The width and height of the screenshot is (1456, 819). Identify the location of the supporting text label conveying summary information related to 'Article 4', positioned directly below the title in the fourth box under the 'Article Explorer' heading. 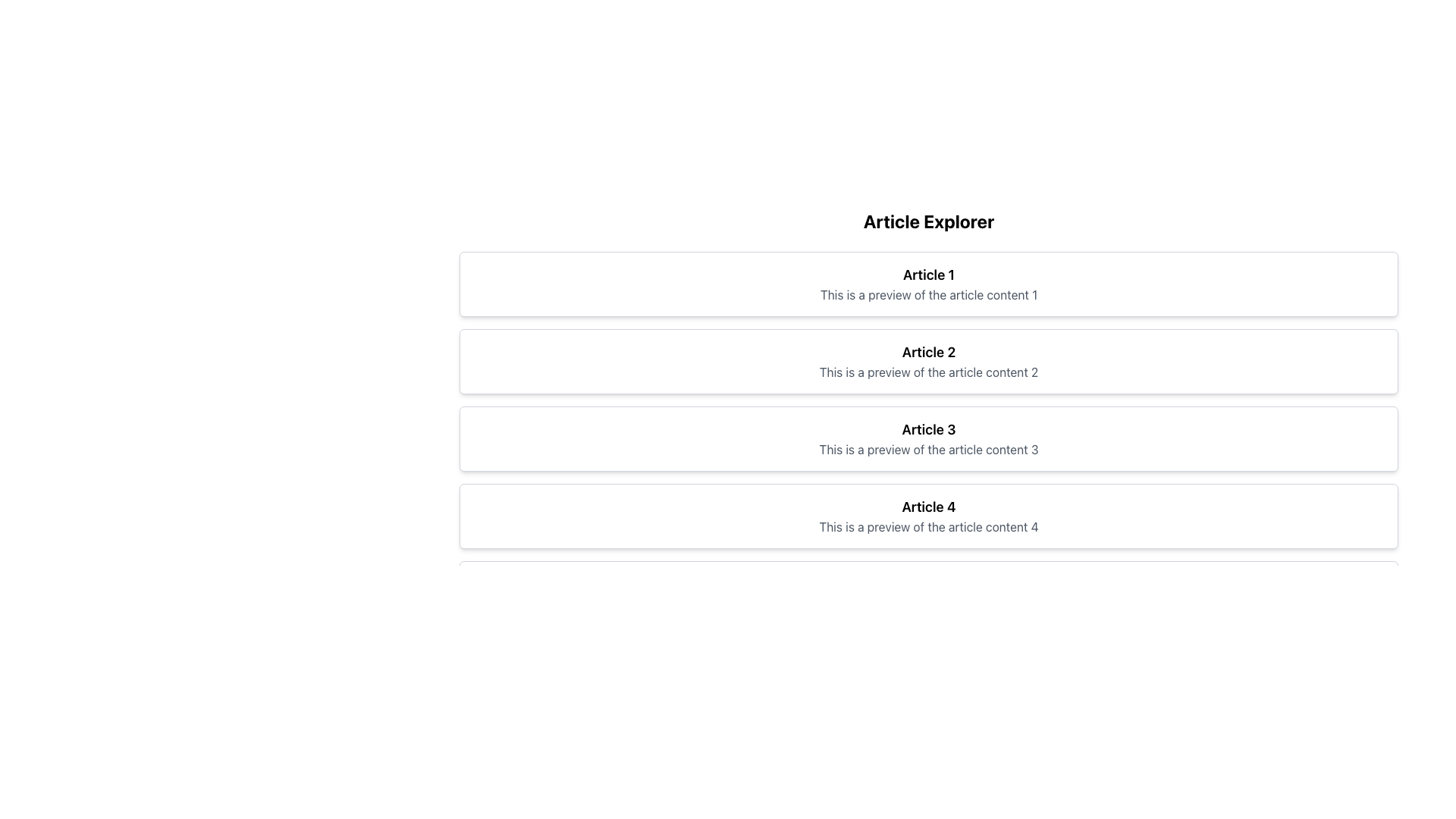
(927, 526).